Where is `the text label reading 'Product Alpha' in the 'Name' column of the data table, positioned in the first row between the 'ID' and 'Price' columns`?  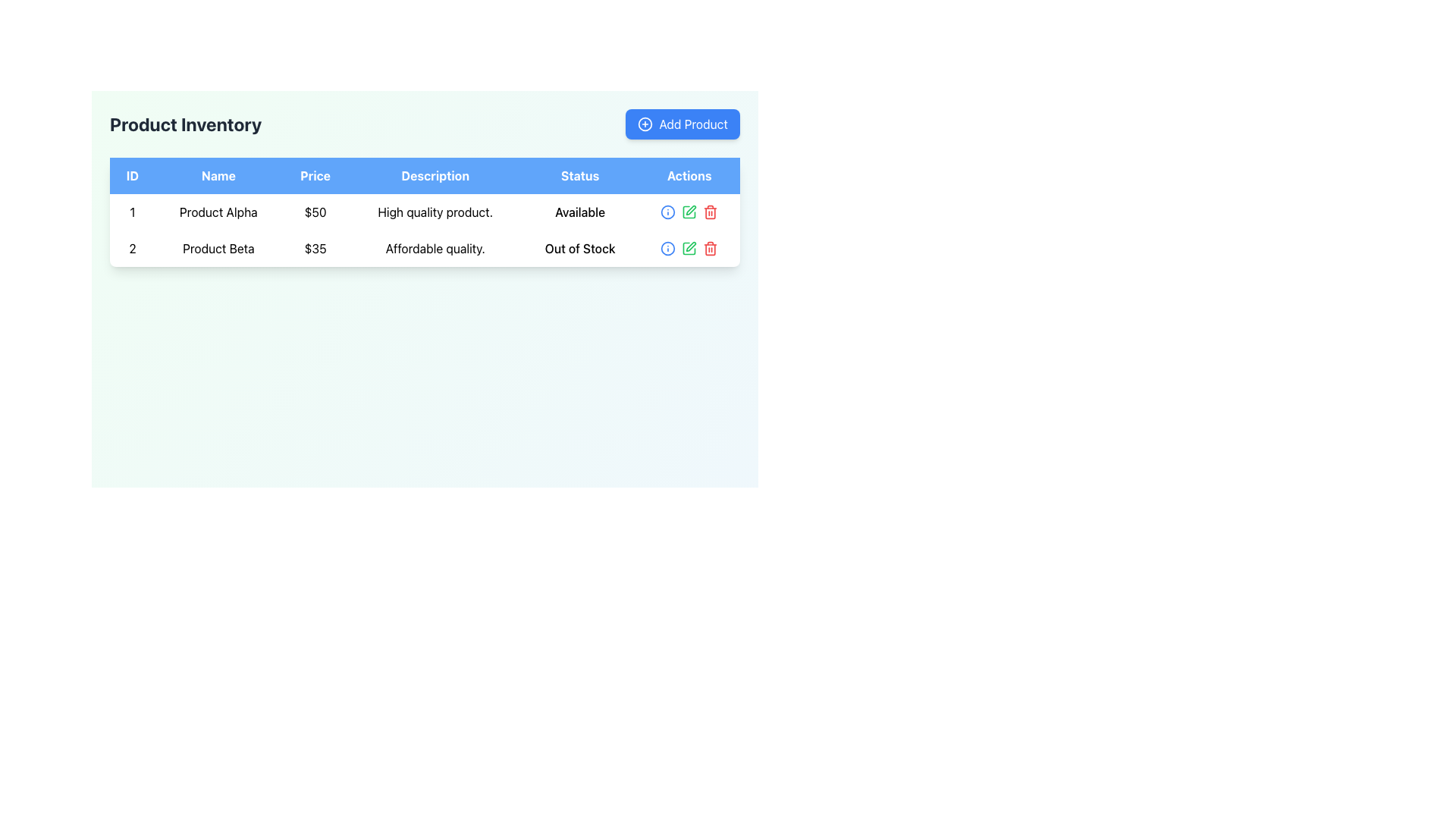 the text label reading 'Product Alpha' in the 'Name' column of the data table, positioned in the first row between the 'ID' and 'Price' columns is located at coordinates (218, 212).